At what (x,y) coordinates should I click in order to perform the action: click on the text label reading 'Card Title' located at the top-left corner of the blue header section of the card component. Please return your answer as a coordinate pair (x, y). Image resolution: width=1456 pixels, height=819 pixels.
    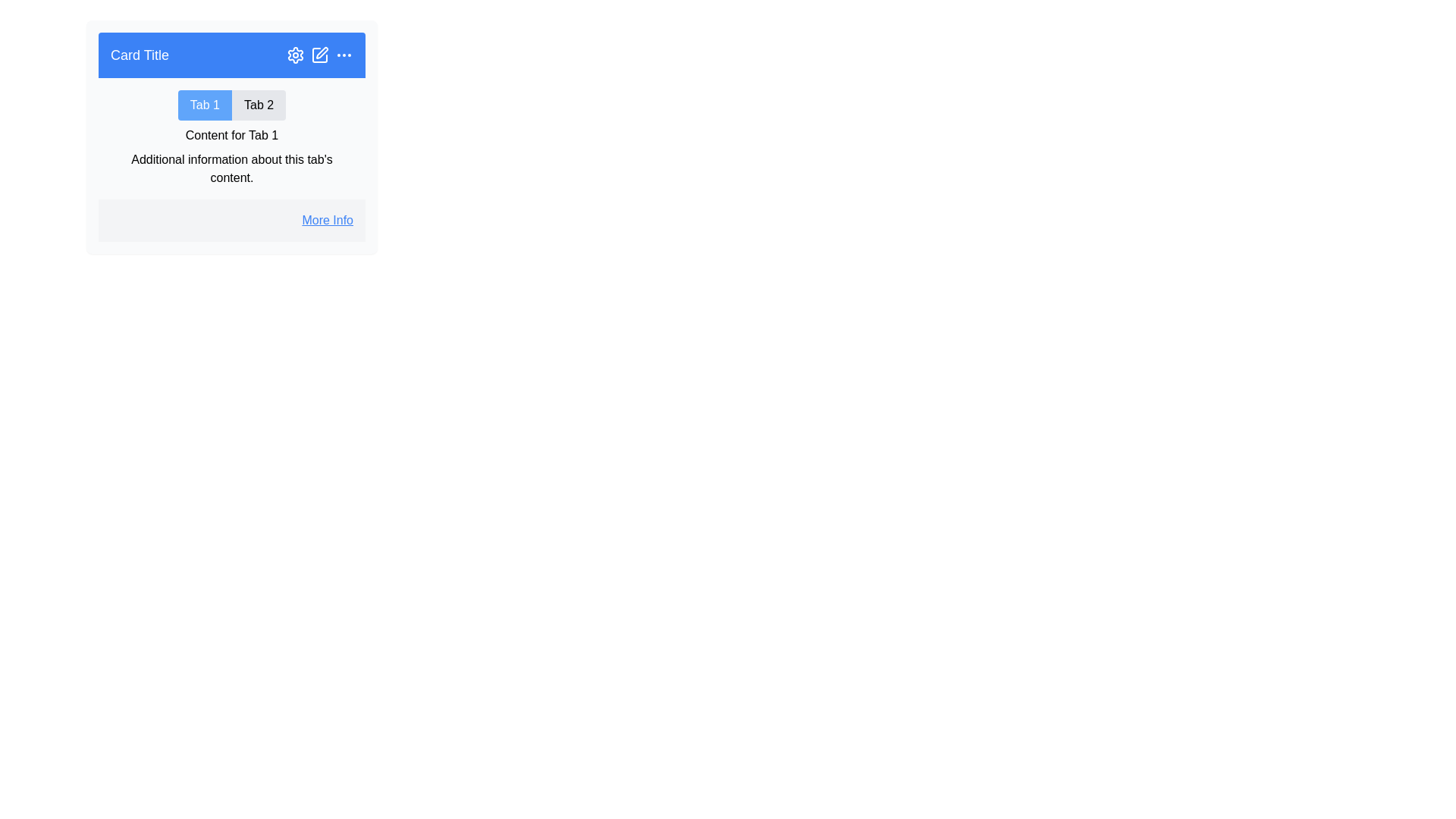
    Looking at the image, I should click on (140, 55).